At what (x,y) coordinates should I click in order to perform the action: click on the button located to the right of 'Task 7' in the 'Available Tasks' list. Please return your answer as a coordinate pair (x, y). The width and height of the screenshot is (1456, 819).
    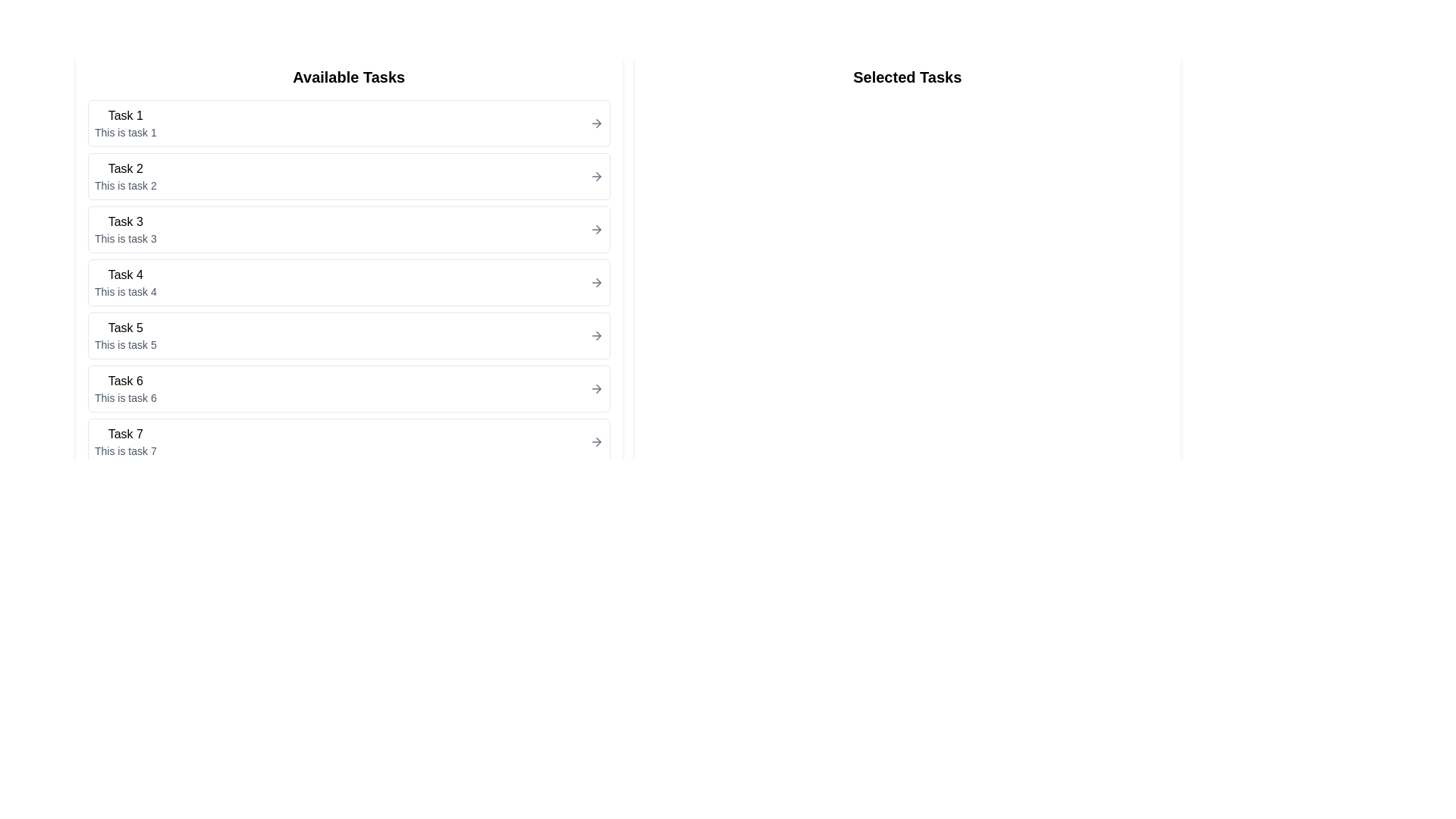
    Looking at the image, I should click on (595, 441).